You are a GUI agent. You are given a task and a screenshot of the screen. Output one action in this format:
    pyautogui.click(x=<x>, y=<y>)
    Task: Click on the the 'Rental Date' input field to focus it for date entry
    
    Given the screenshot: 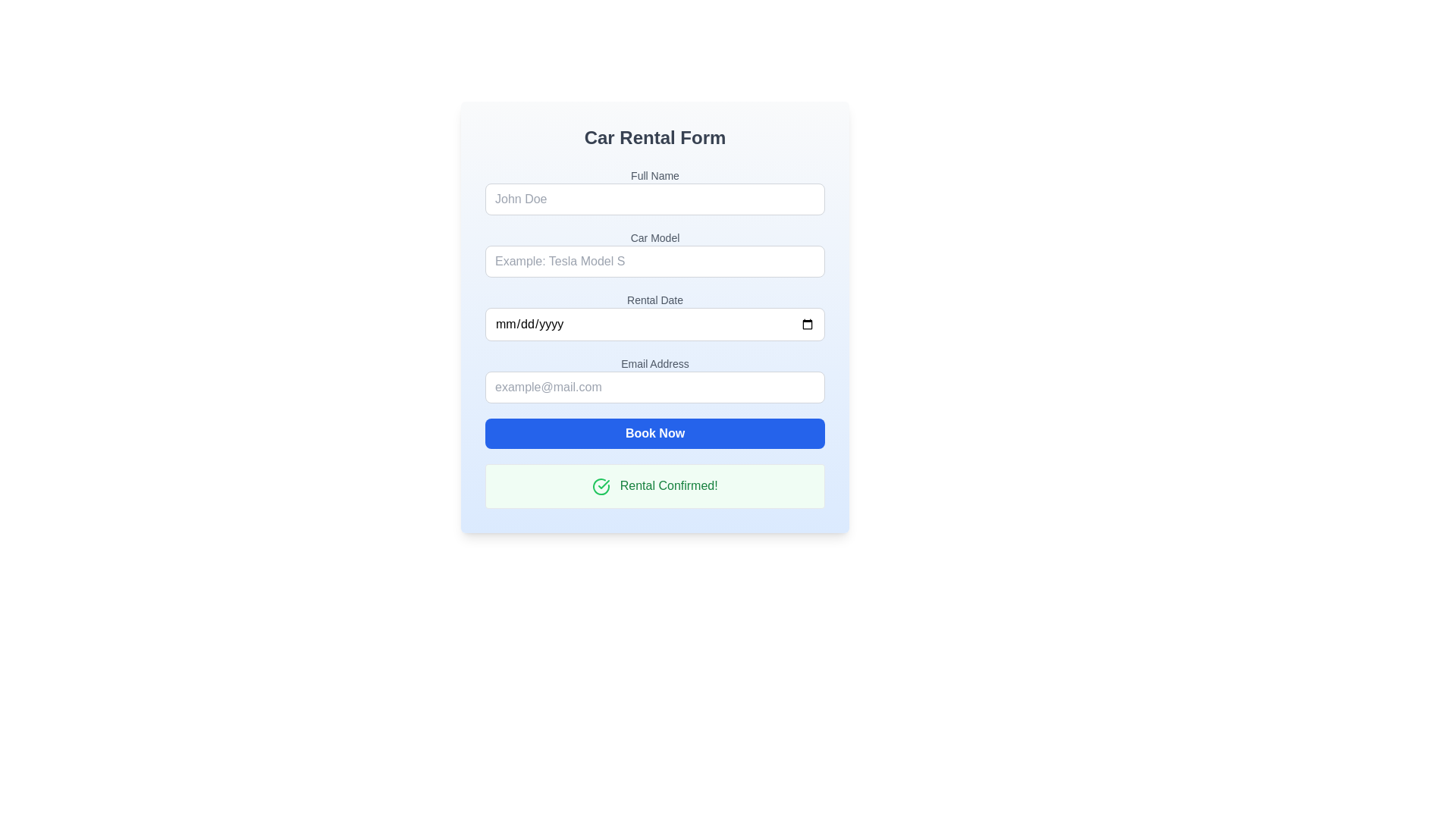 What is the action you would take?
    pyautogui.click(x=655, y=315)
    